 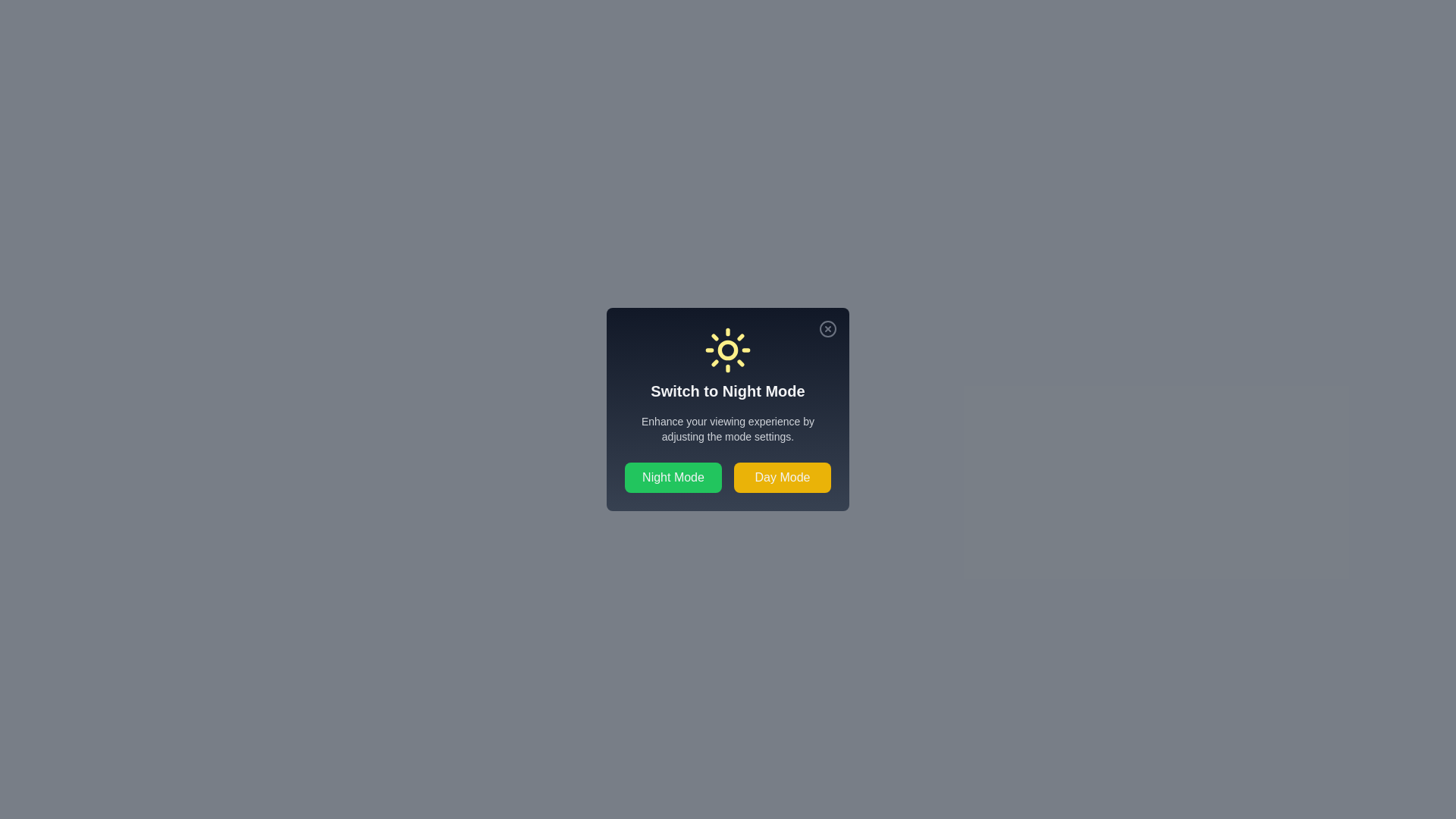 I want to click on the close button to close the dialog, so click(x=827, y=328).